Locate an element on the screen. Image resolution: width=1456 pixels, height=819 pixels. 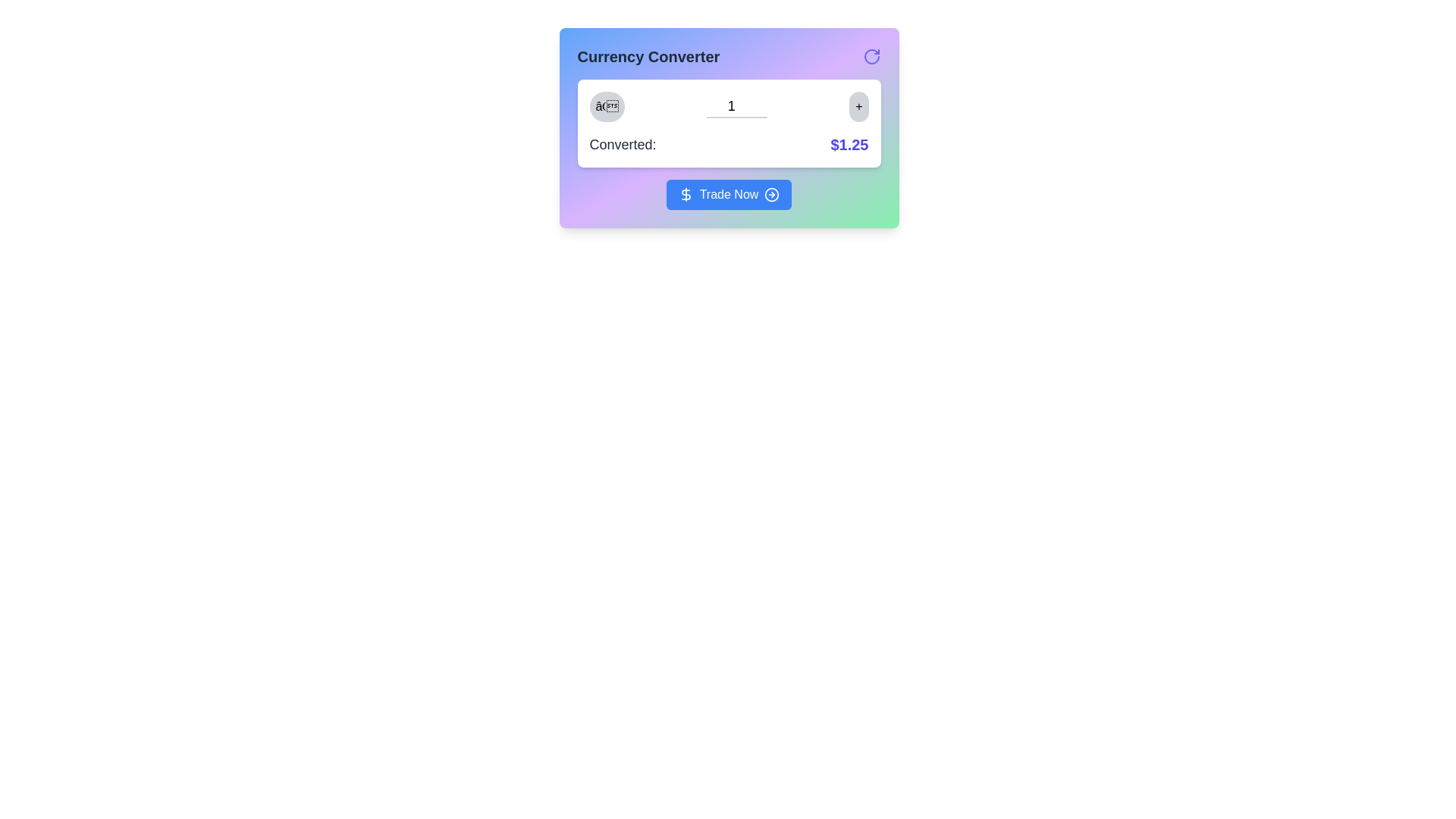
the label indicating the conversion result, which is positioned to the left of the '$1.25' text label is located at coordinates (623, 145).